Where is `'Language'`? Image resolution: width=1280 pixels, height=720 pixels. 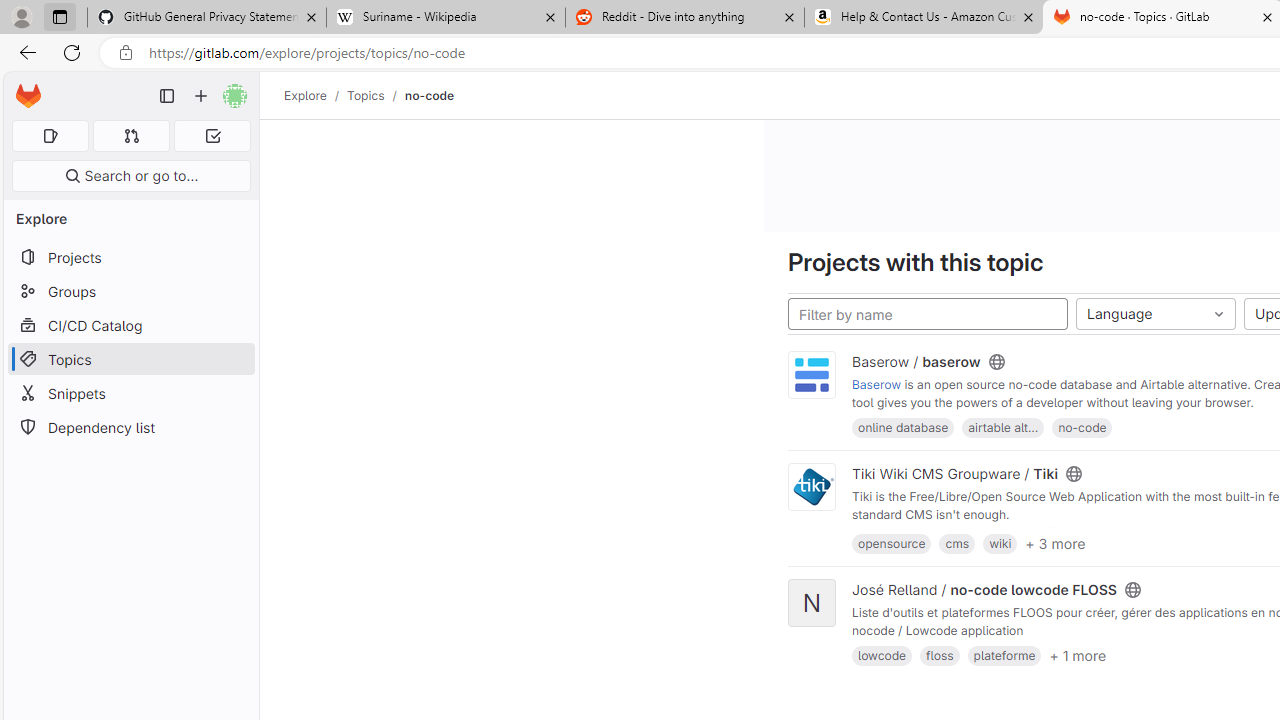
'Language' is located at coordinates (1156, 314).